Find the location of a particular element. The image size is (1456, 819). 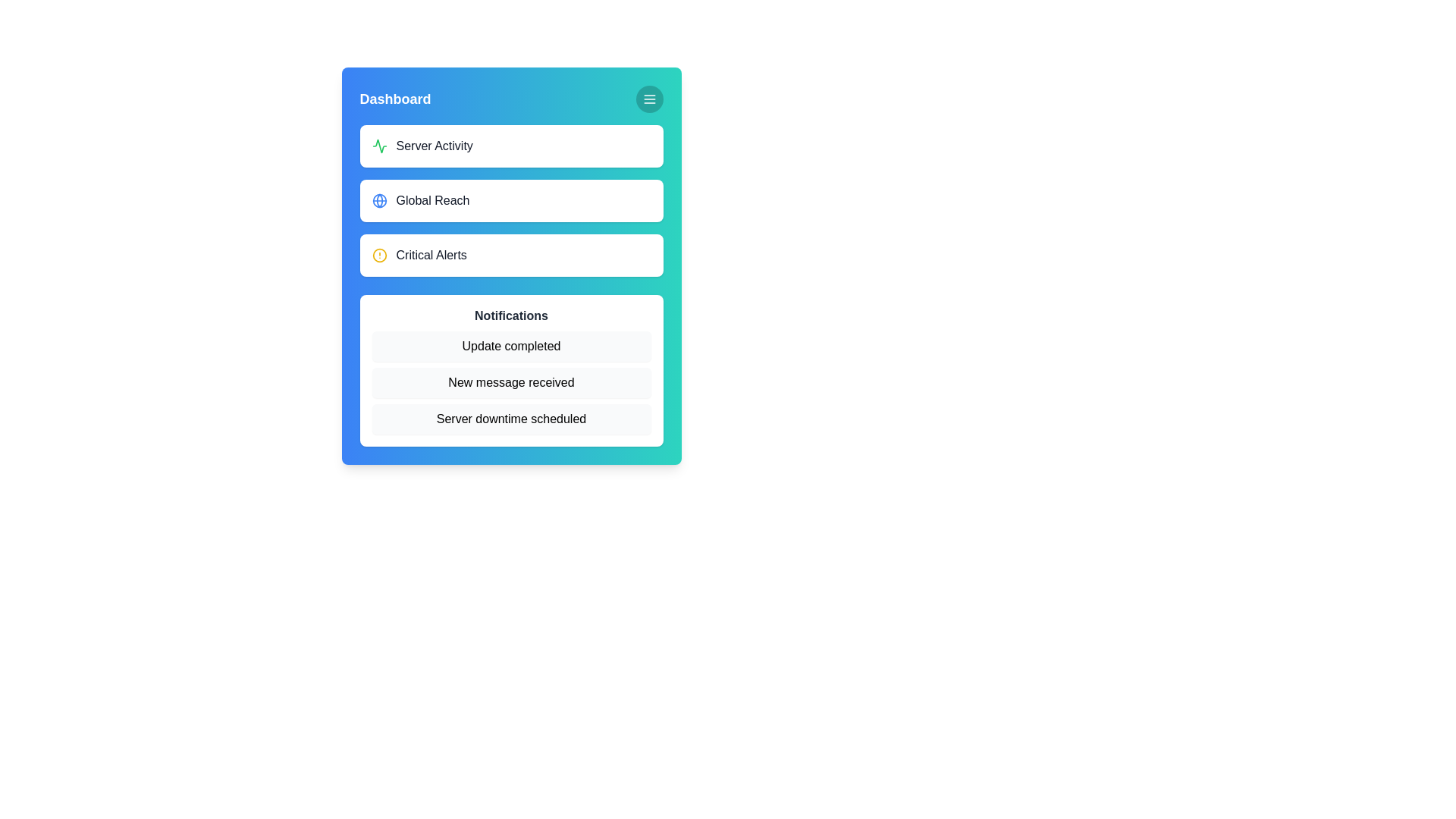

notifications displayed on the Informational Card located in the lower half of the Dashboard, below the Server Activity, Global Reach, and Critical Alerts cards is located at coordinates (511, 371).